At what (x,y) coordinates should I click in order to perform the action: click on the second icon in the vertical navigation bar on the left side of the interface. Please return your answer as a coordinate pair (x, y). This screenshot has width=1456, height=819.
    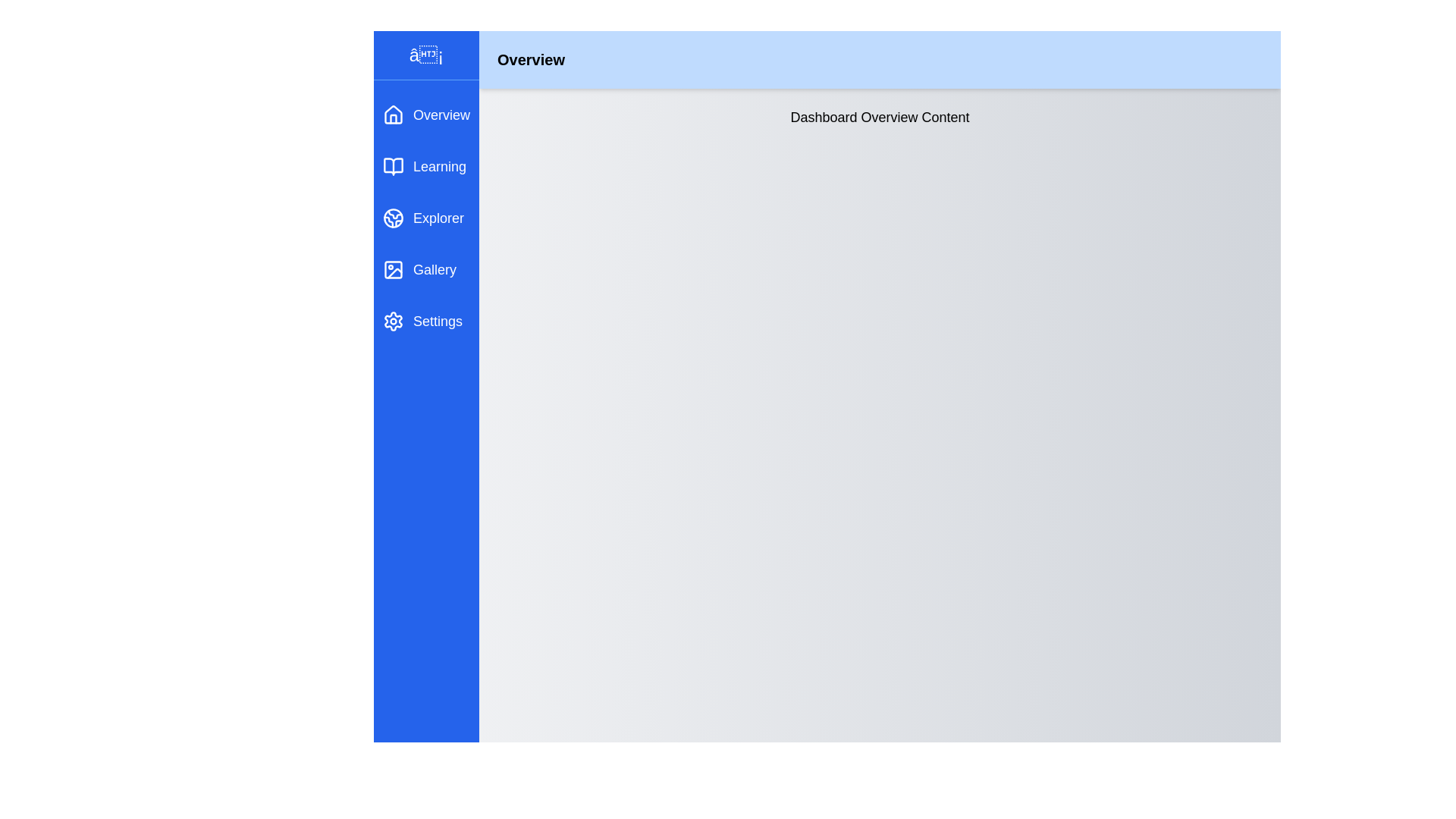
    Looking at the image, I should click on (393, 166).